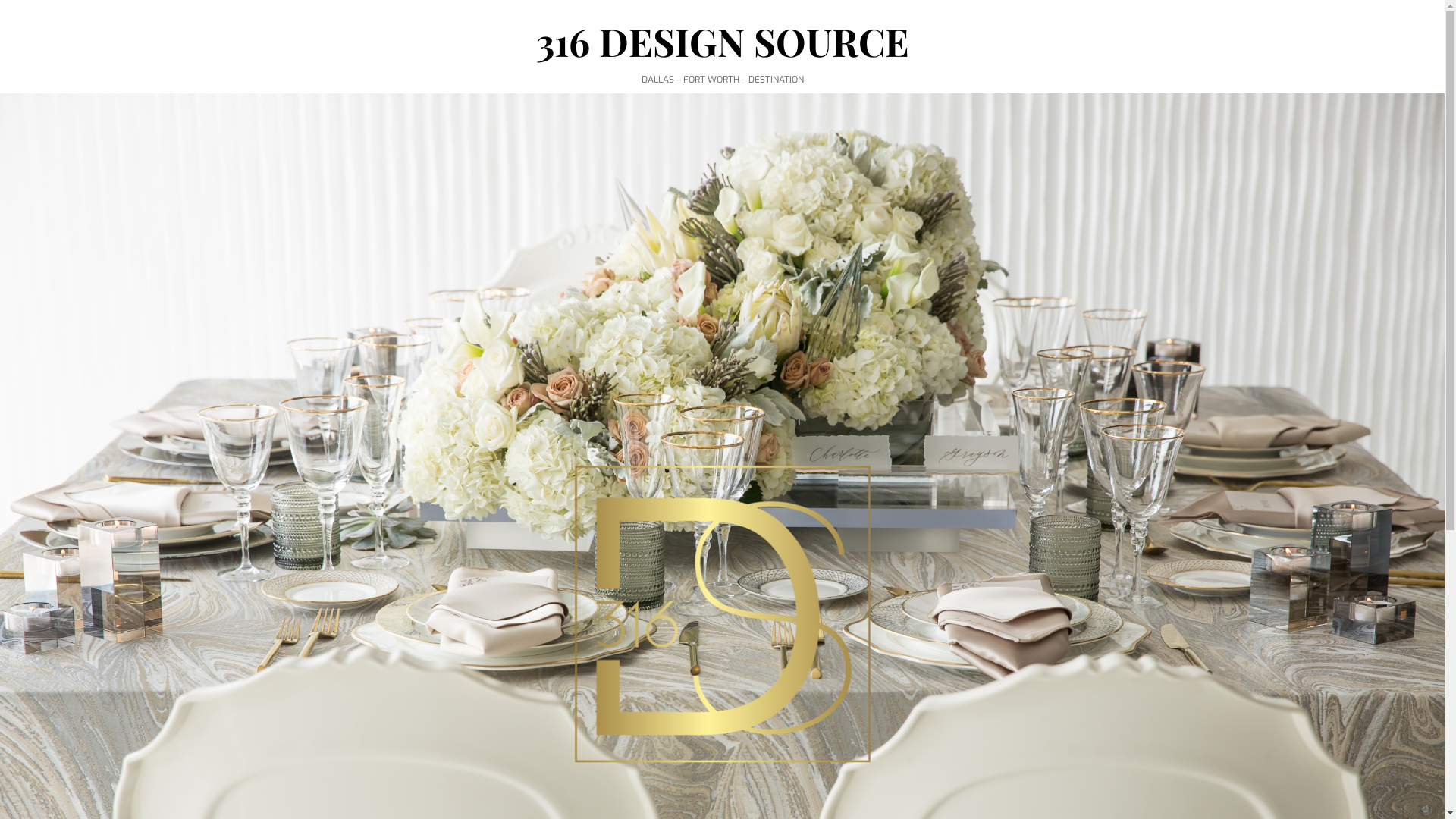 This screenshot has width=1456, height=819. I want to click on '316 DESIGN SOURCE', so click(720, 40).